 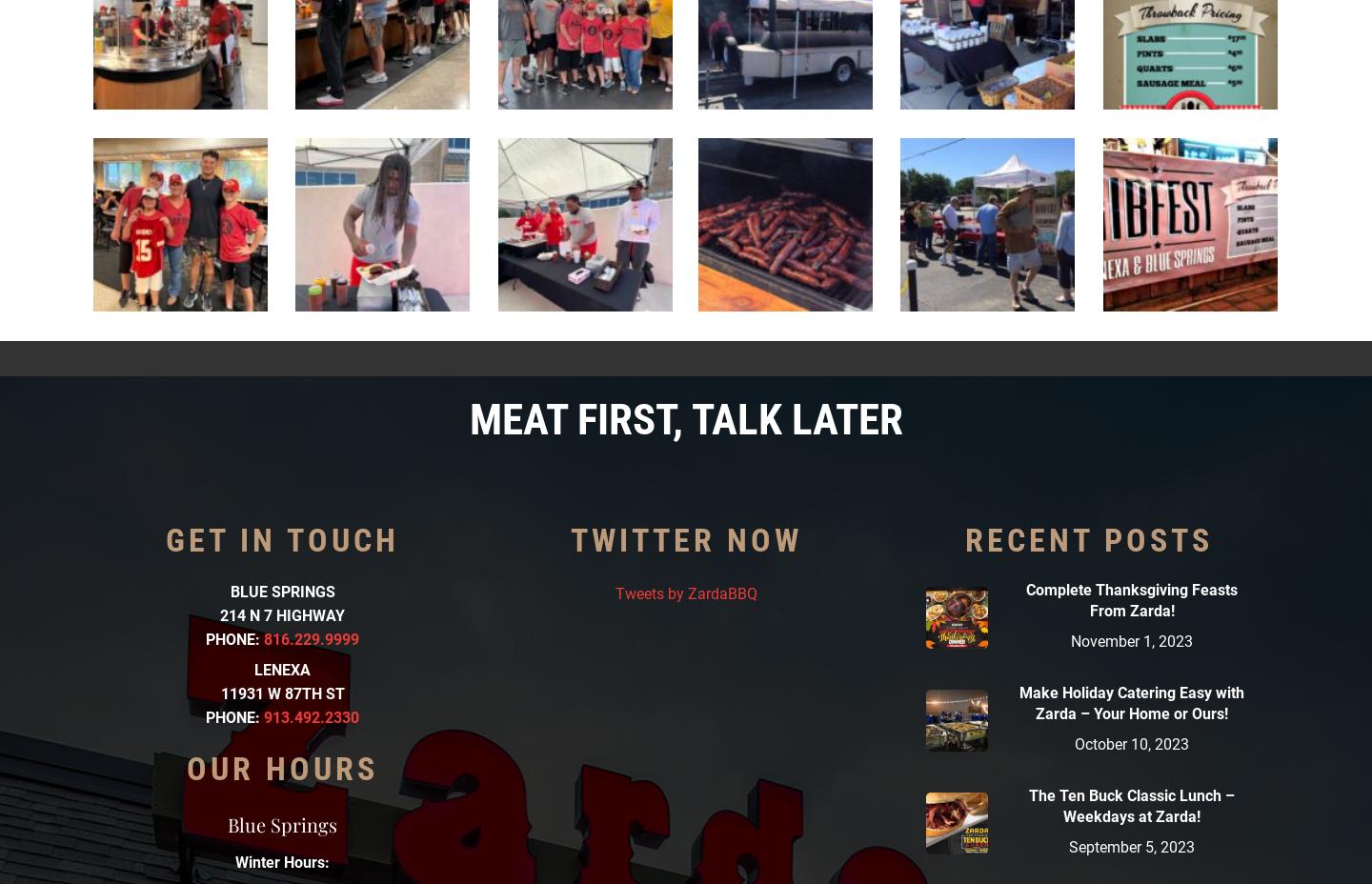 What do you see at coordinates (281, 537) in the screenshot?
I see `'Get In Touch'` at bounding box center [281, 537].